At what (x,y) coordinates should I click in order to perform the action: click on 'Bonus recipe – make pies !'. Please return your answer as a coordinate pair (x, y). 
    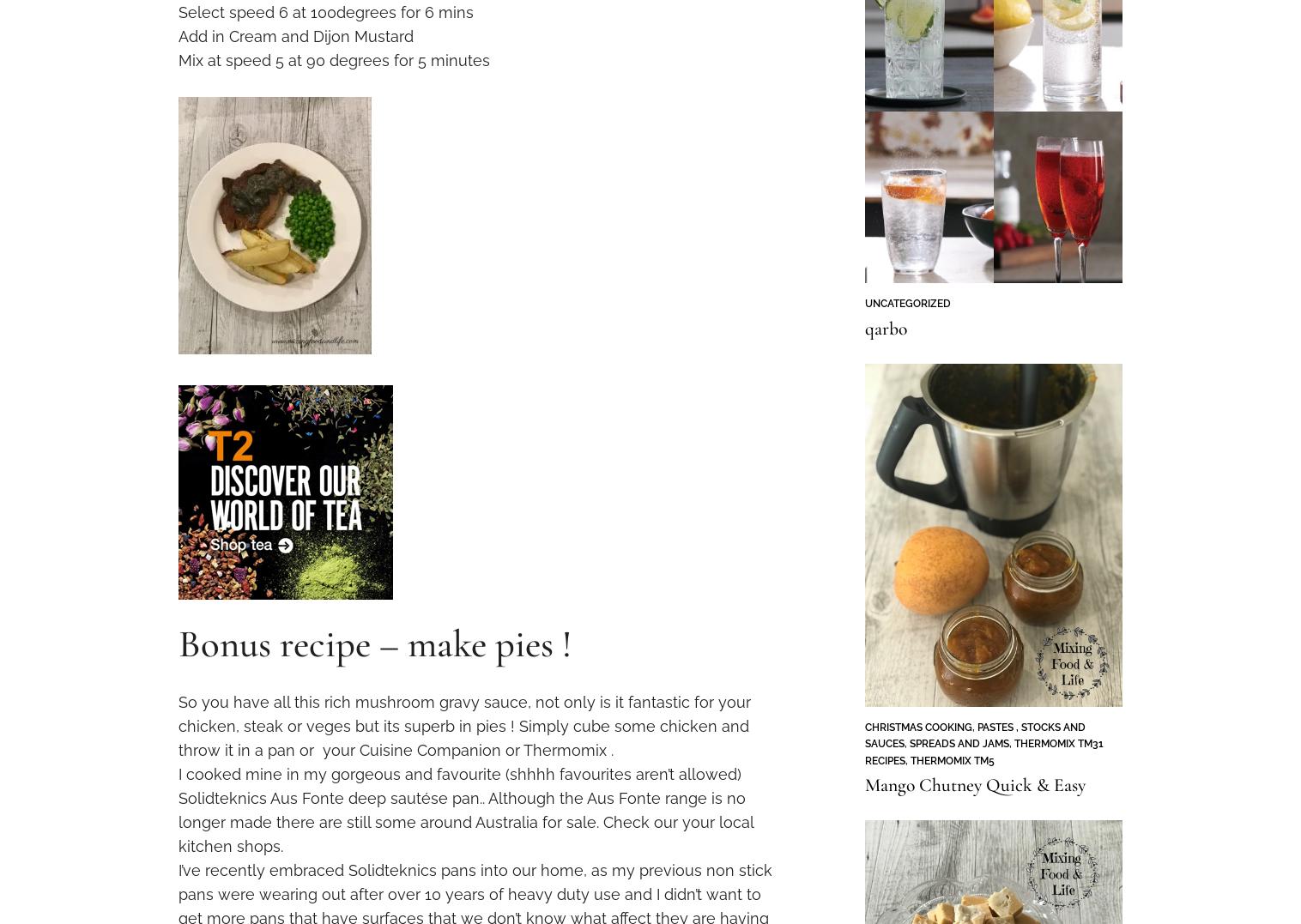
    Looking at the image, I should click on (374, 643).